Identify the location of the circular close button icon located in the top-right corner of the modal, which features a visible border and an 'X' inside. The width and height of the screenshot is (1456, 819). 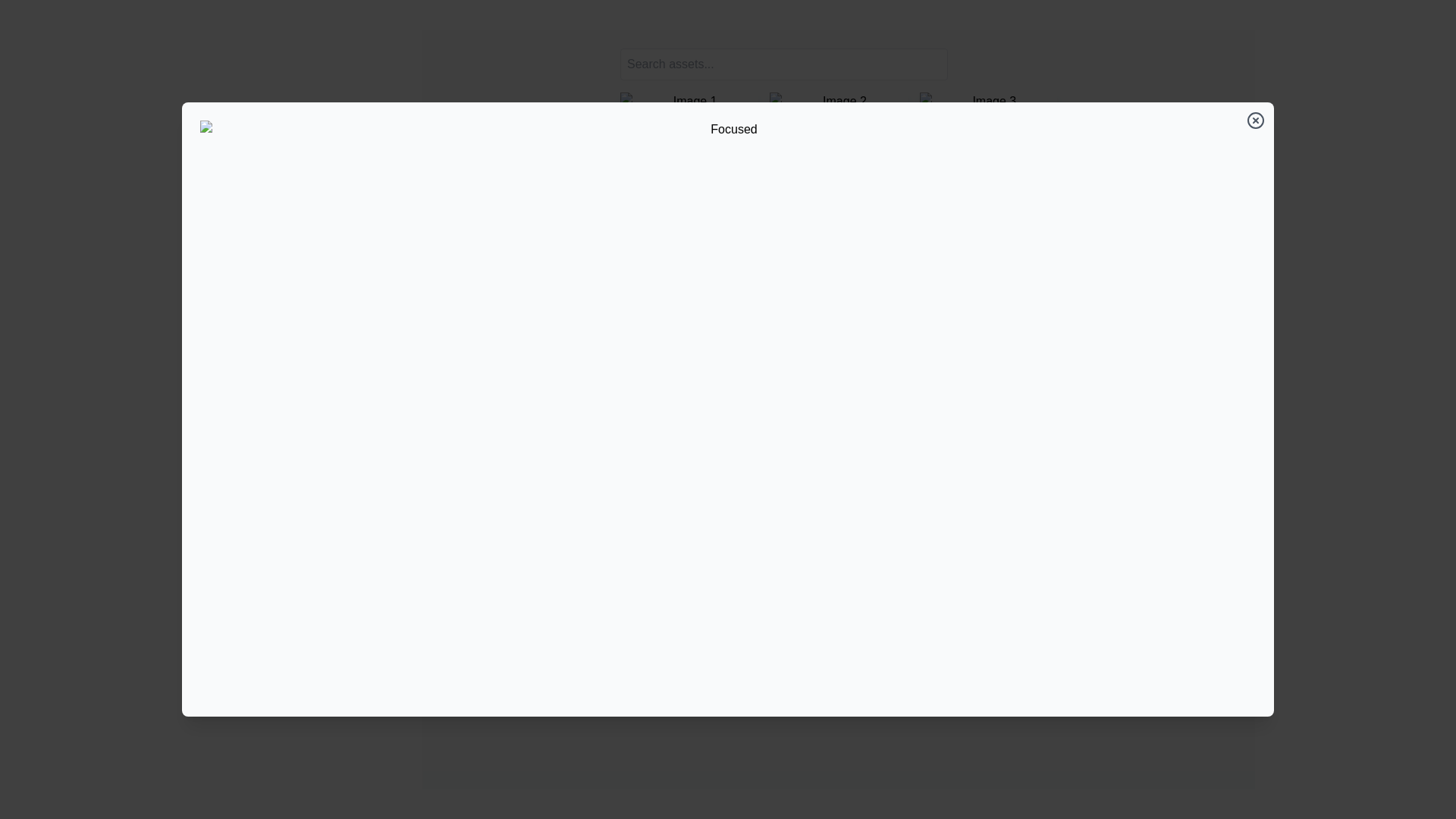
(1256, 119).